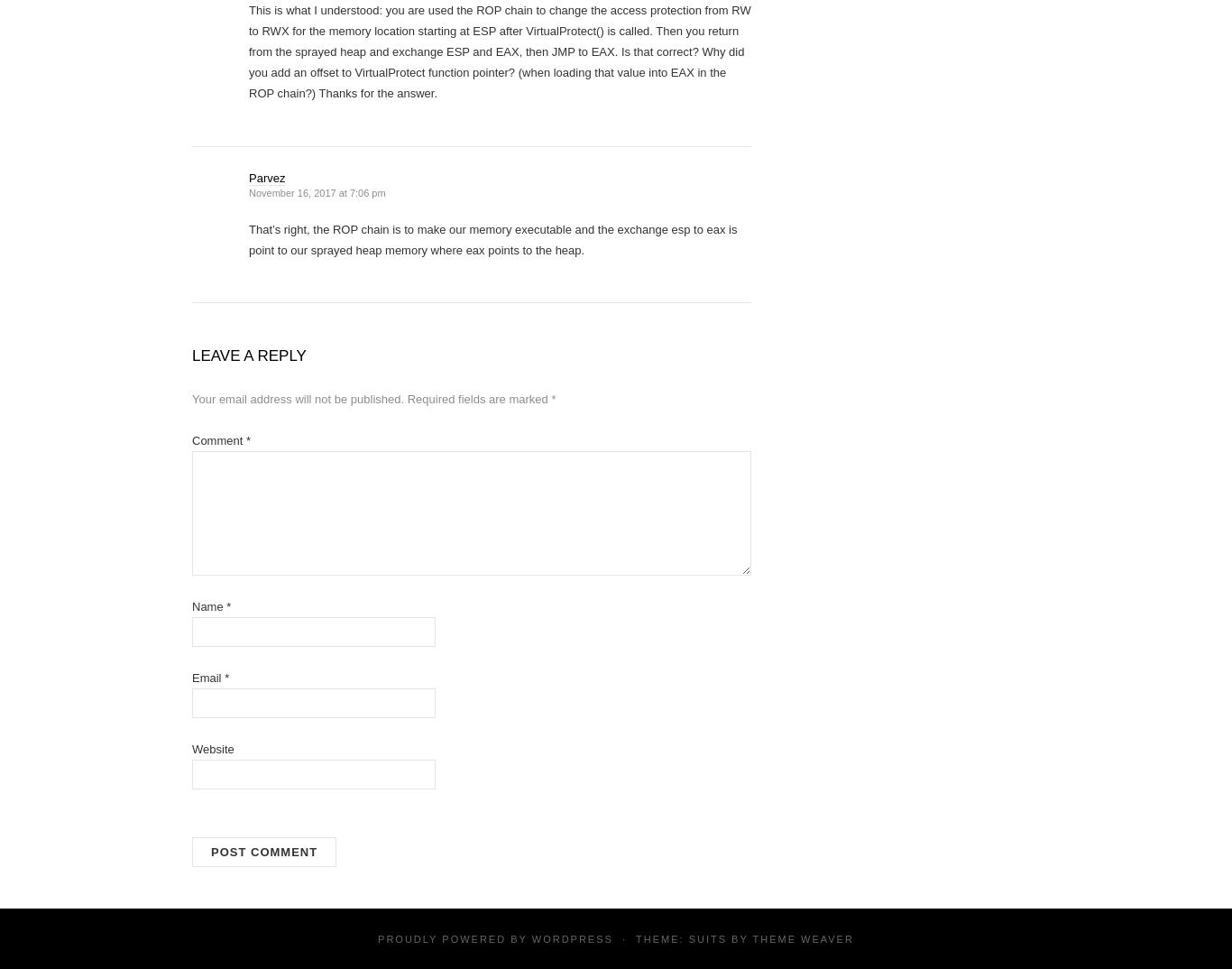  What do you see at coordinates (570, 937) in the screenshot?
I see `'WordPress'` at bounding box center [570, 937].